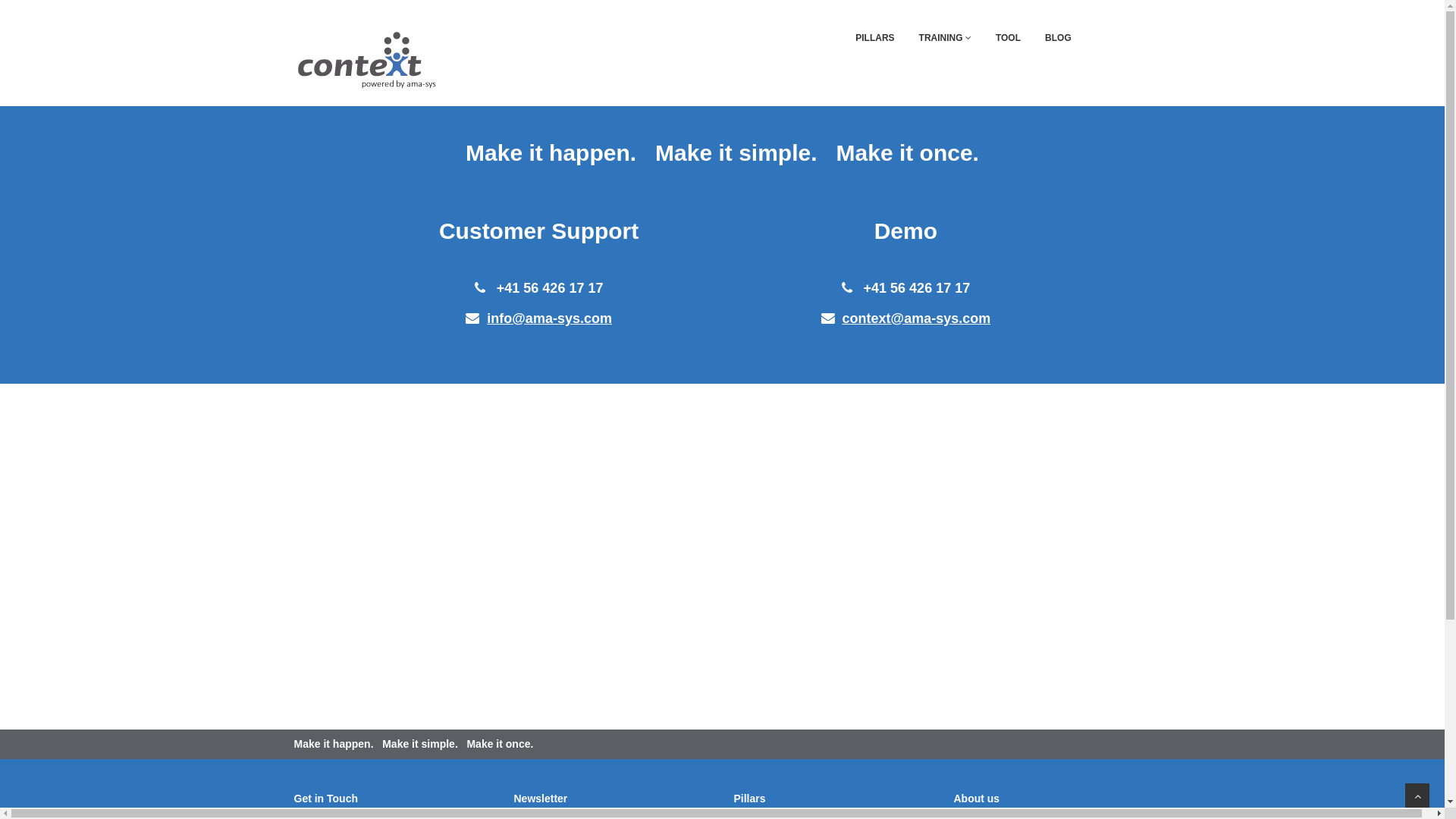 The width and height of the screenshot is (1456, 819). What do you see at coordinates (1008, 37) in the screenshot?
I see `'TOOL'` at bounding box center [1008, 37].